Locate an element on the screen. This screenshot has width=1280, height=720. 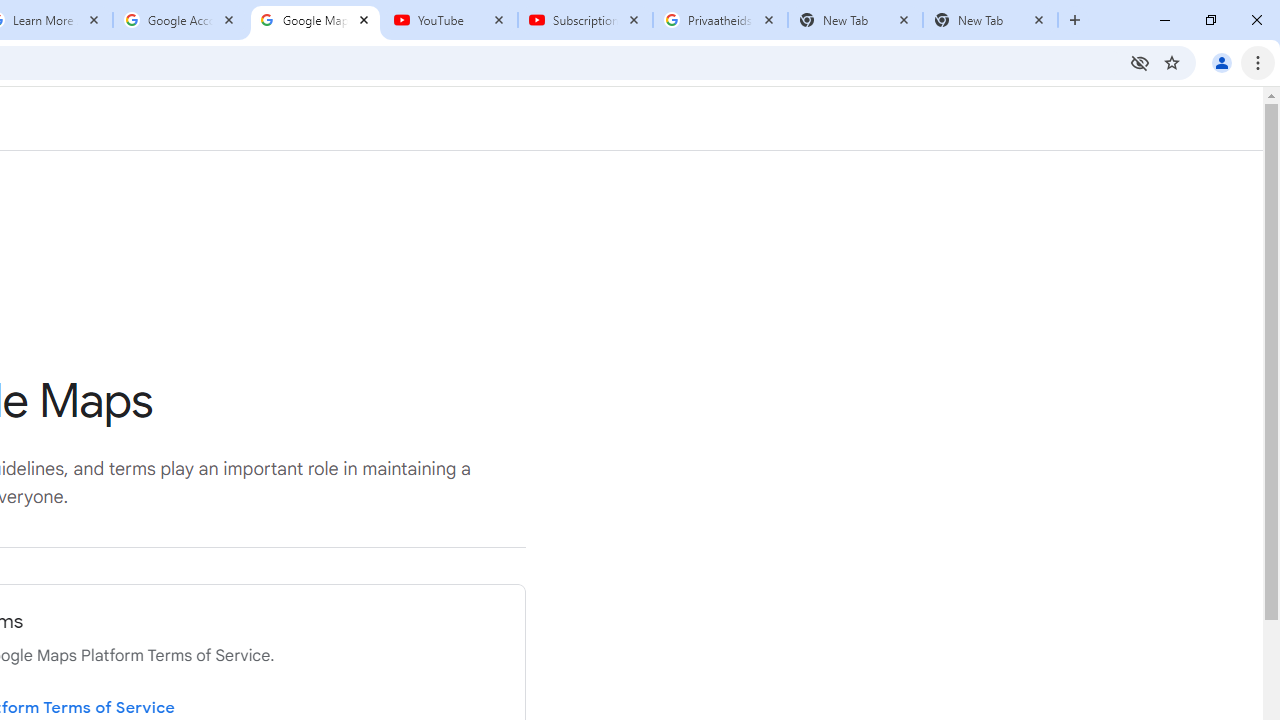
'New Tab' is located at coordinates (990, 20).